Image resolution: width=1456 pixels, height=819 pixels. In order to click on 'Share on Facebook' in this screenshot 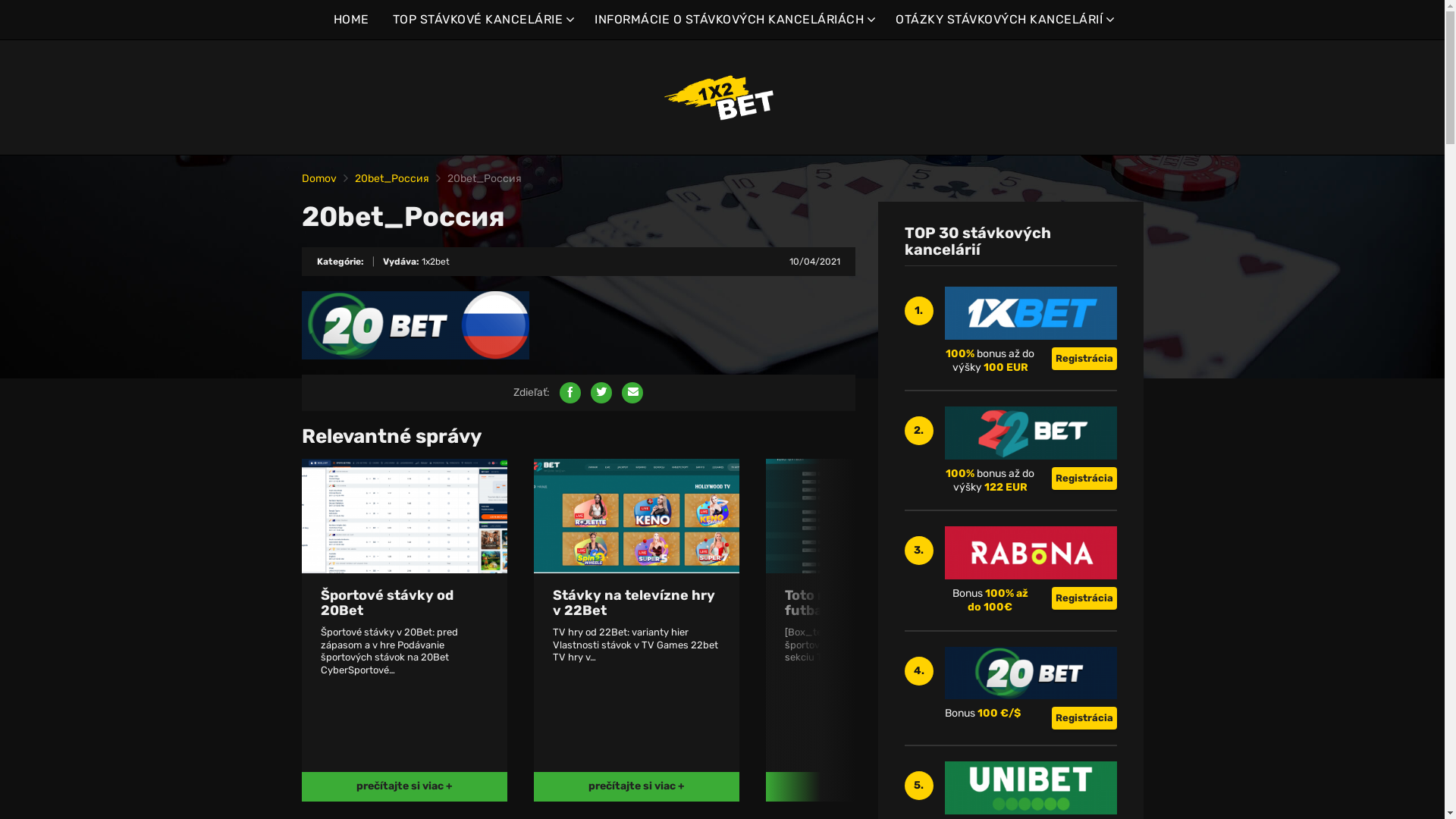, I will do `click(570, 391)`.